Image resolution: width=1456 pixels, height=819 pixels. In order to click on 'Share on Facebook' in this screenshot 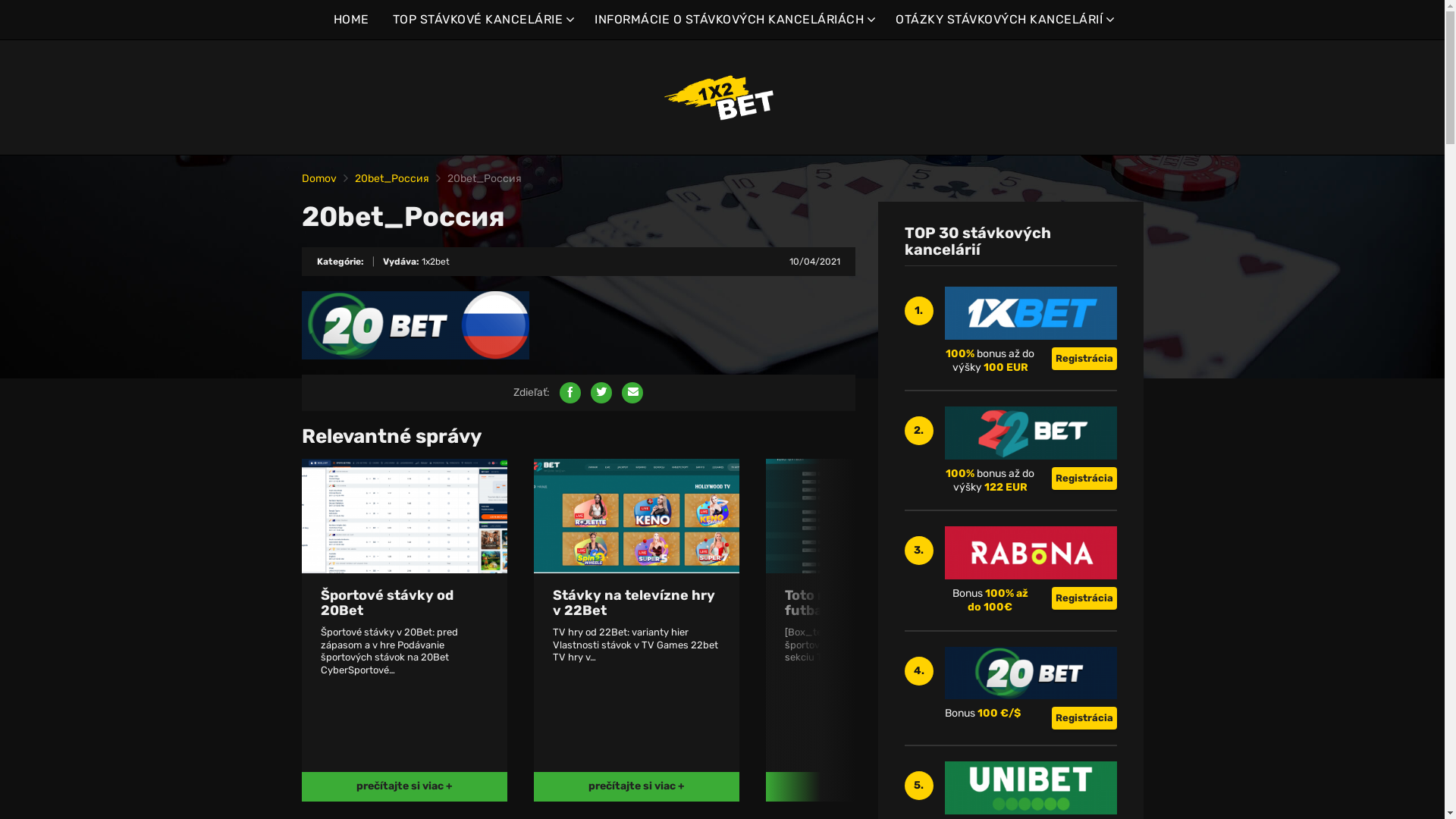, I will do `click(570, 391)`.